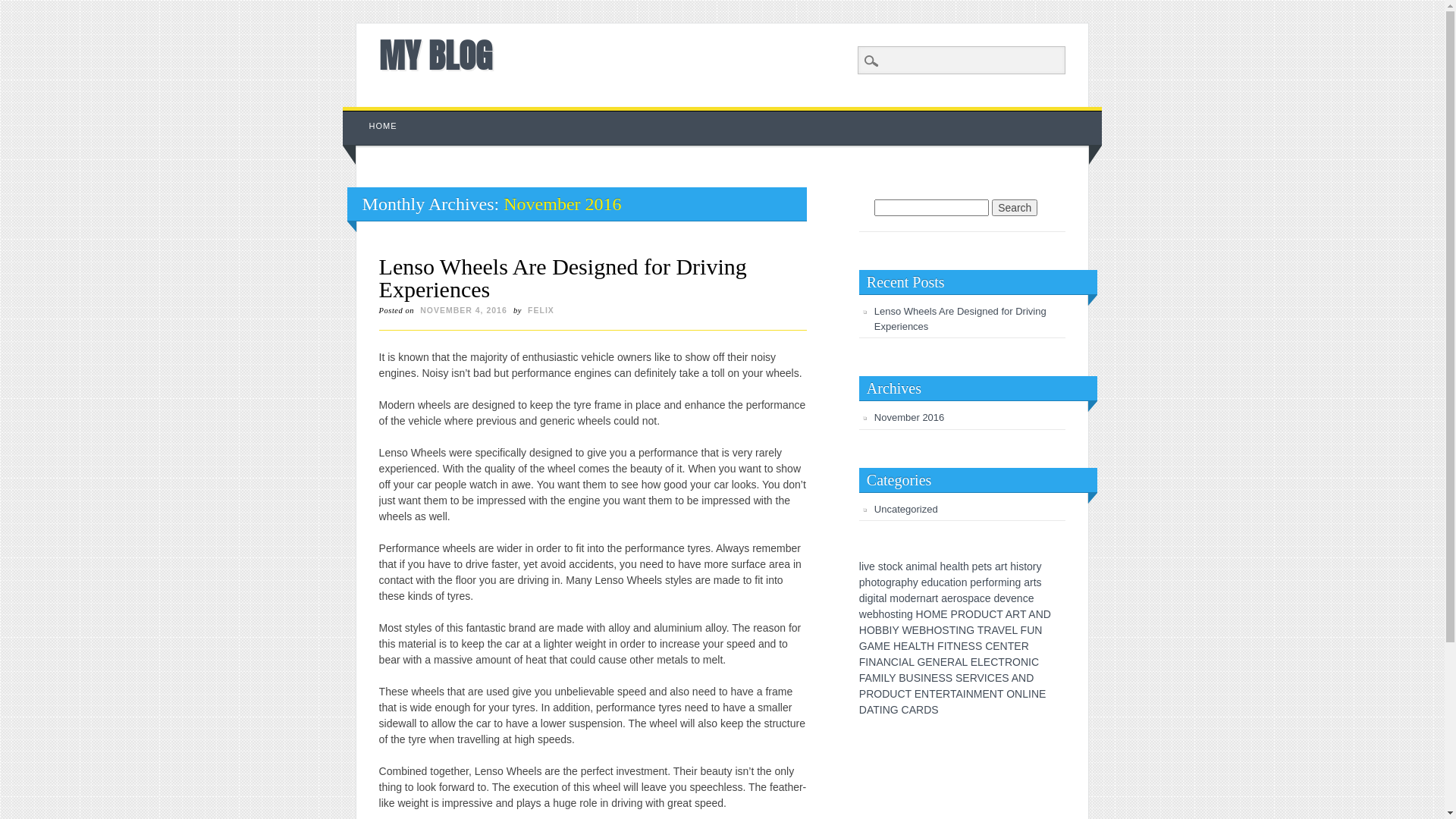 Image resolution: width=1456 pixels, height=819 pixels. I want to click on 'T', so click(952, 629).